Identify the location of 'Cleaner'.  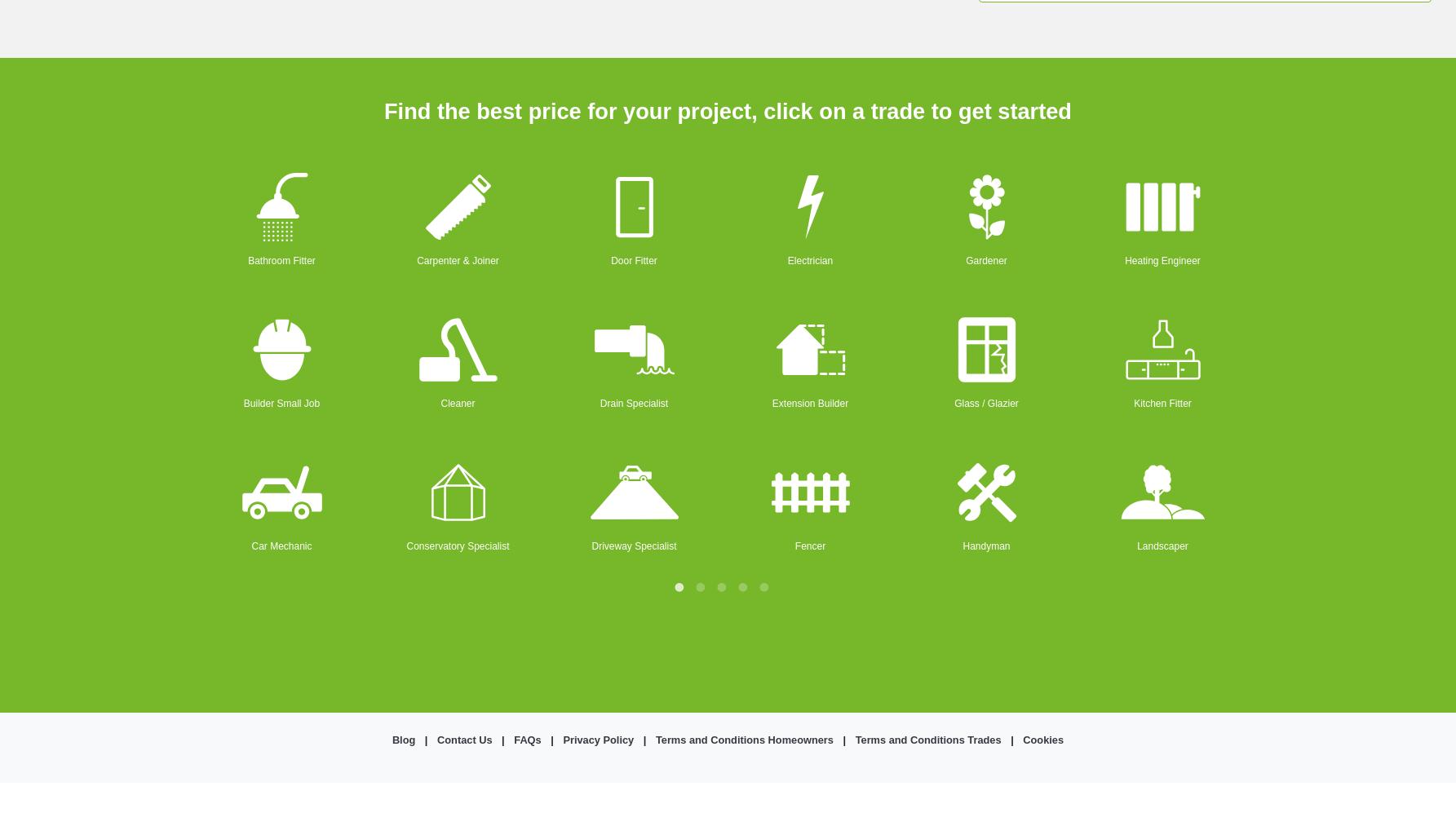
(458, 402).